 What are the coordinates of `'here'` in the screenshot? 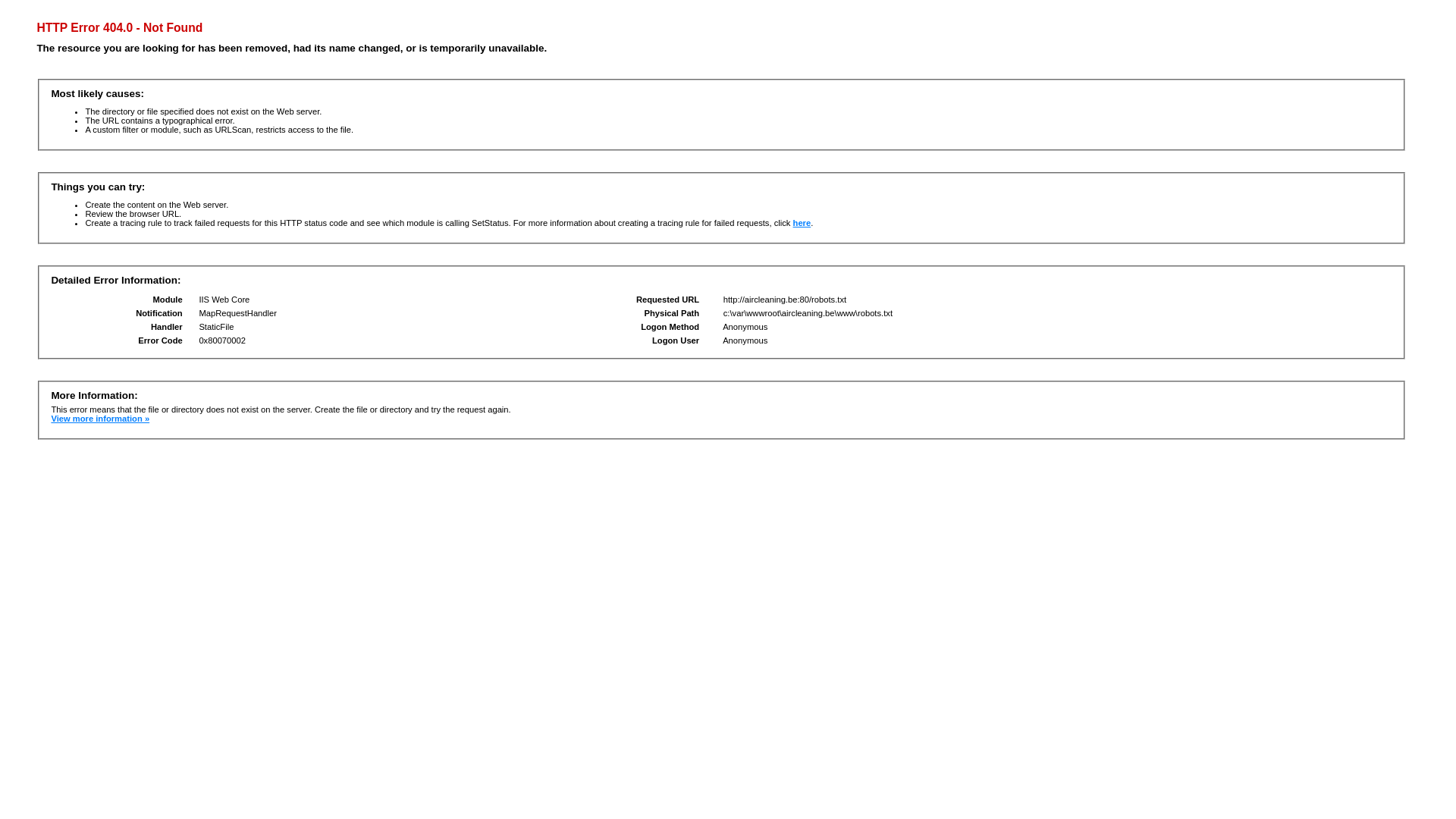 It's located at (792, 222).